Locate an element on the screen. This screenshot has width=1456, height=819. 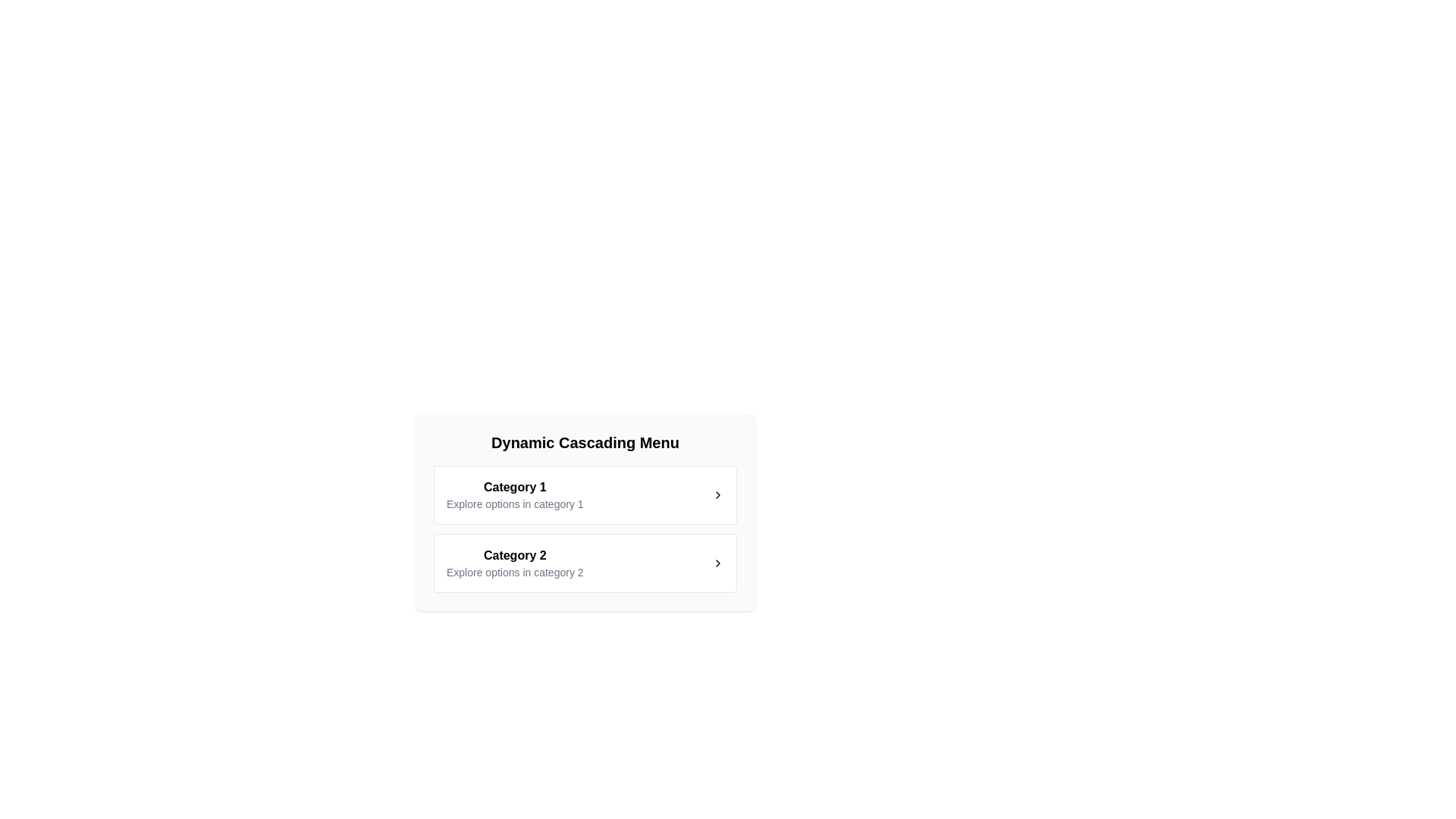
the explanatory text label located below the 'Category 2' title in the dynamic cascading menu is located at coordinates (515, 573).